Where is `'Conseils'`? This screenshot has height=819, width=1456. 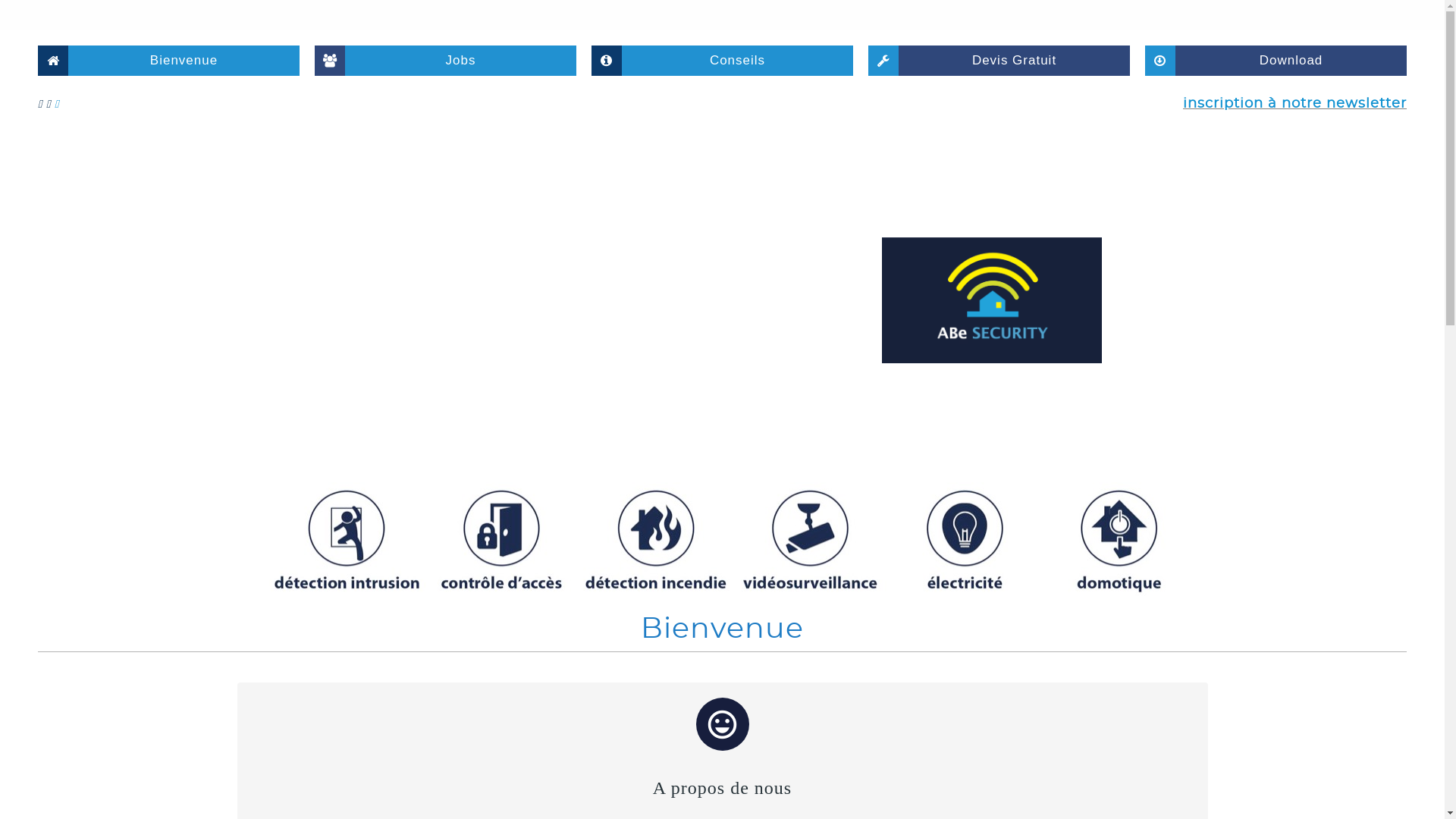
'Conseils' is located at coordinates (721, 60).